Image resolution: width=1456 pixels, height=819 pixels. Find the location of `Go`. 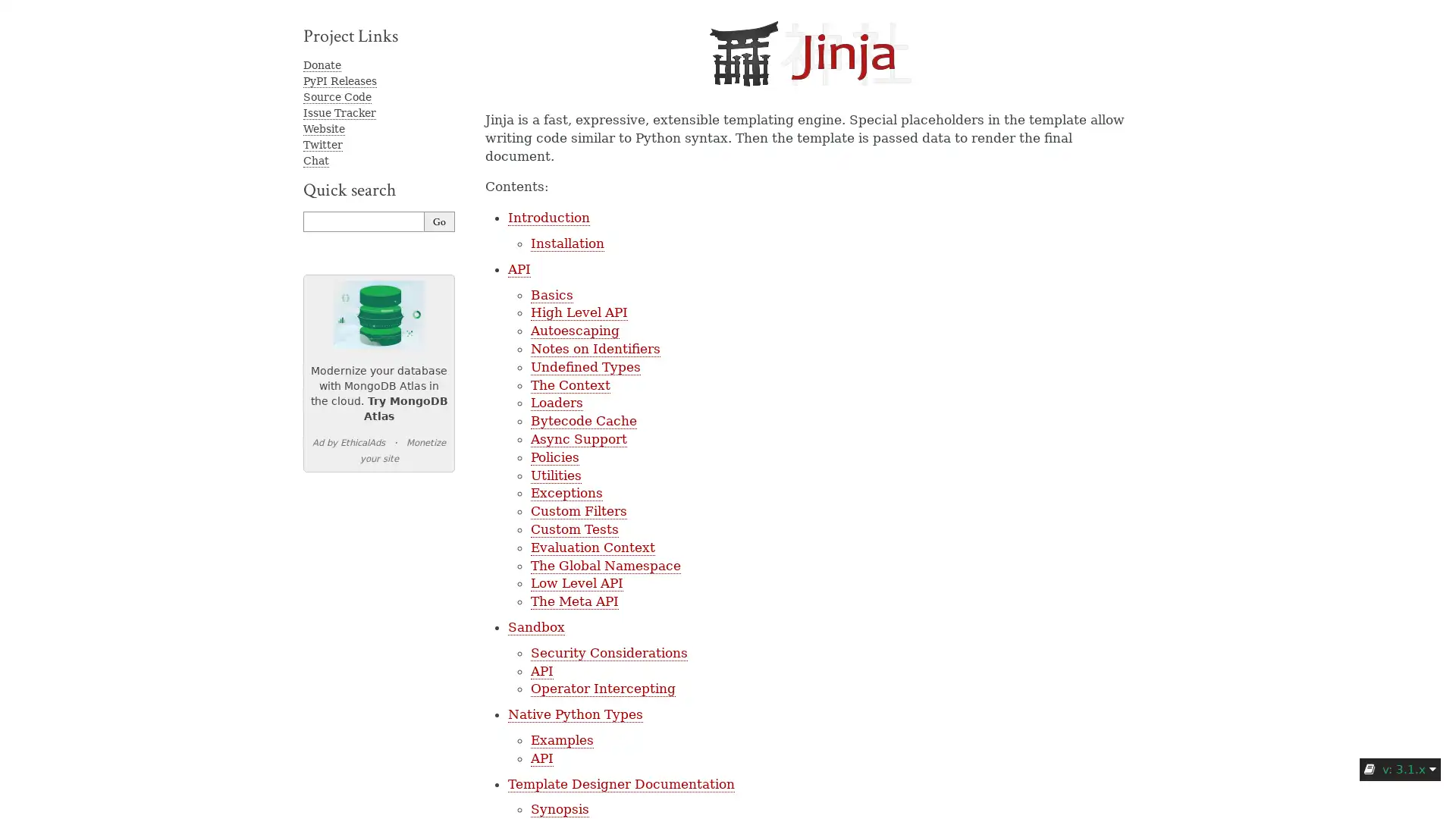

Go is located at coordinates (439, 221).